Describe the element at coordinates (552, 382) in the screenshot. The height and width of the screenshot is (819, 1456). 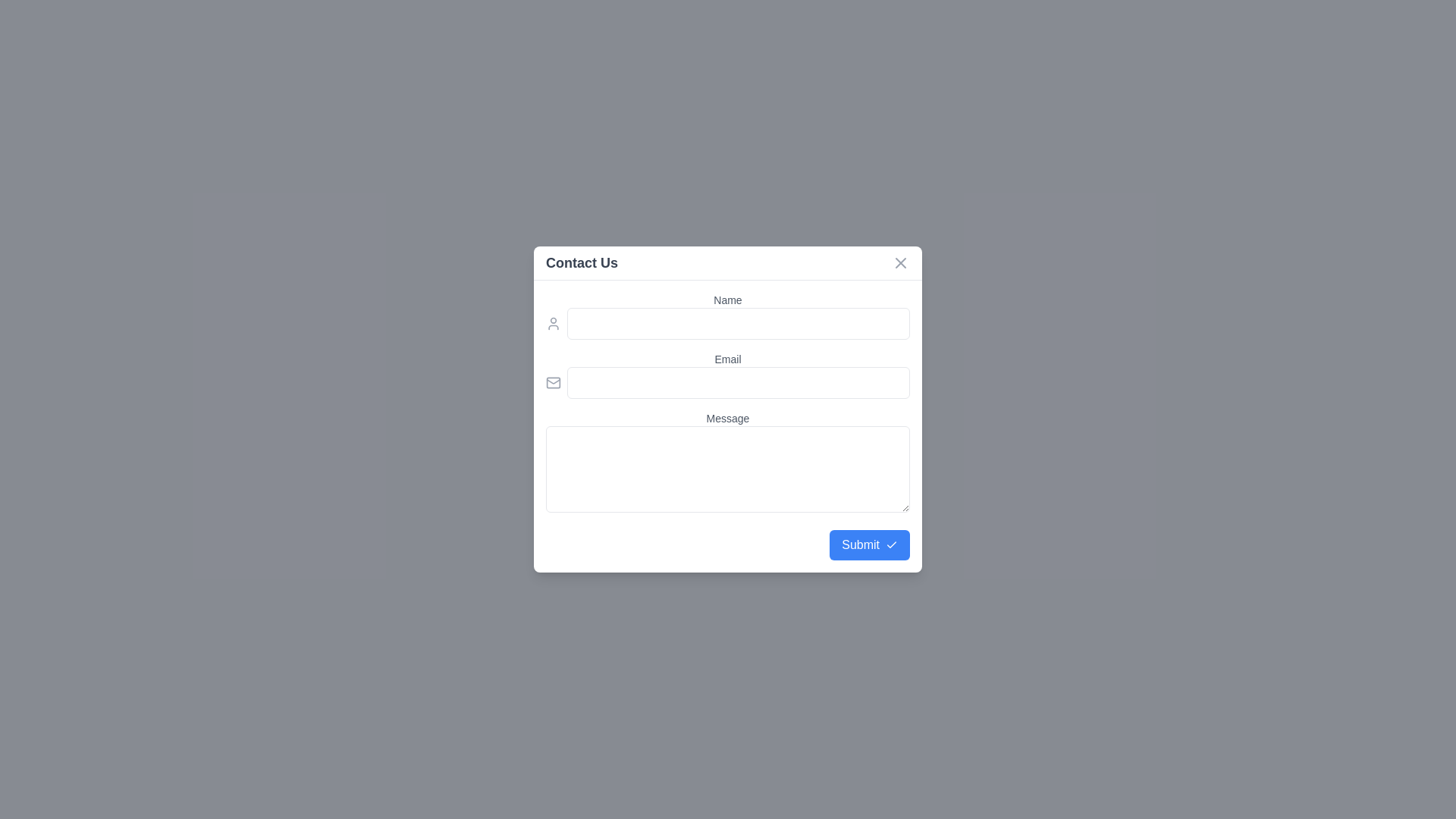
I see `the gray envelope icon representing a closed mail symbol located to the left of the email input field in the 'Contact Us' form` at that location.